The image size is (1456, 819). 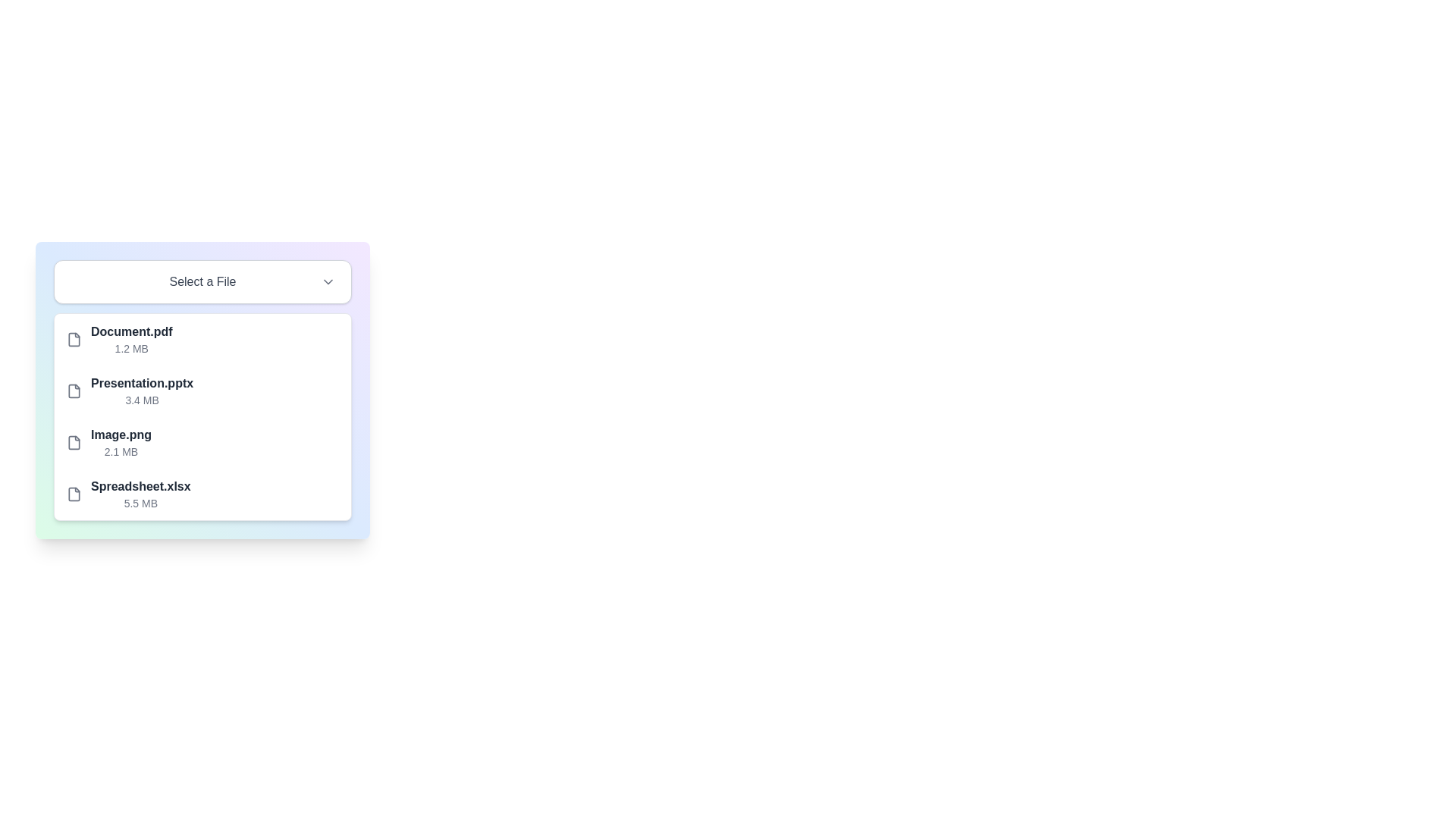 What do you see at coordinates (73, 494) in the screenshot?
I see `the document icon outline representing the file type associated with 'Spreadsheet.xlsx', which is the fourth entry in the file list` at bounding box center [73, 494].